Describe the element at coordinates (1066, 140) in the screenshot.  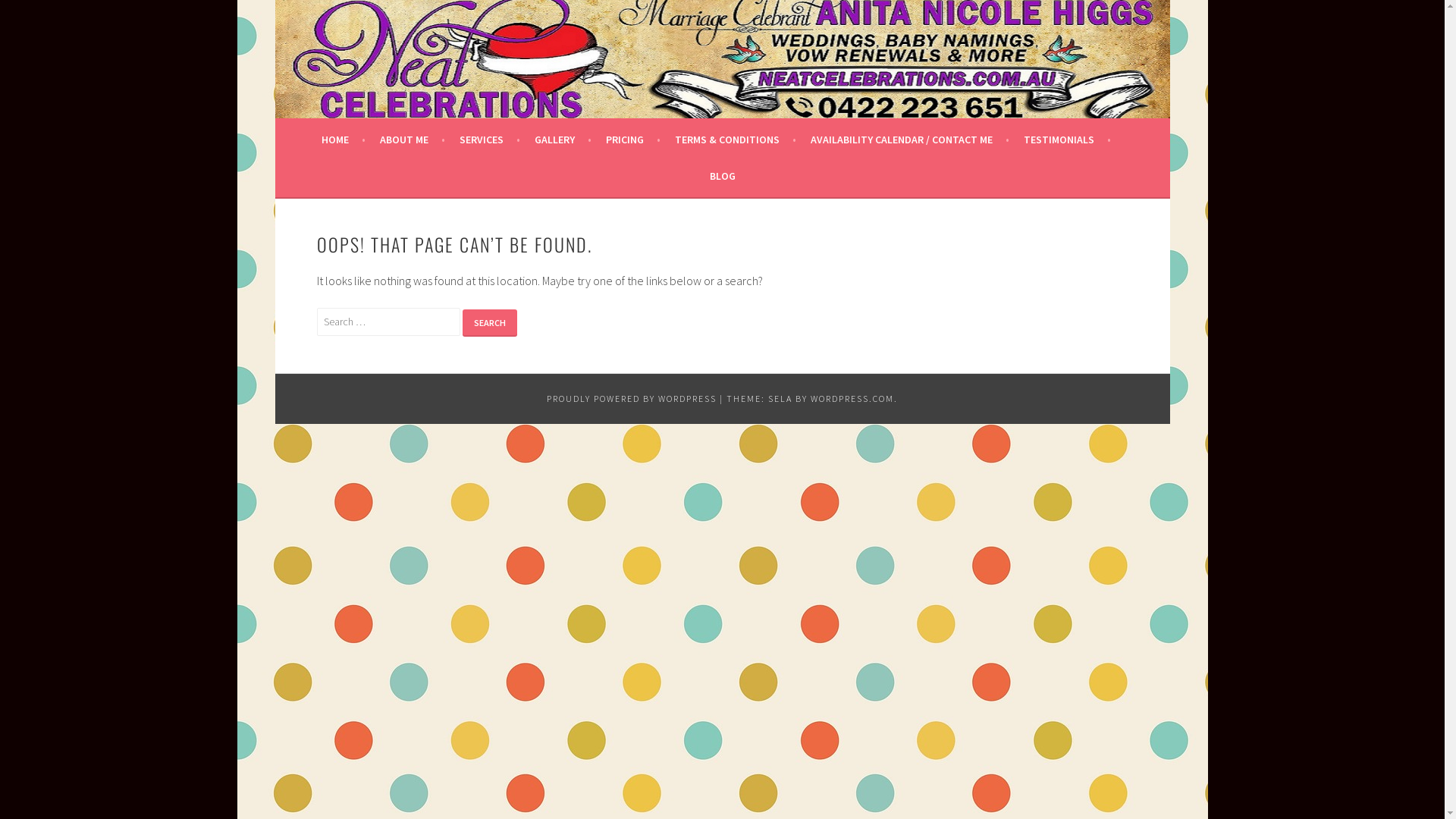
I see `'TESTIMONIALS'` at that location.